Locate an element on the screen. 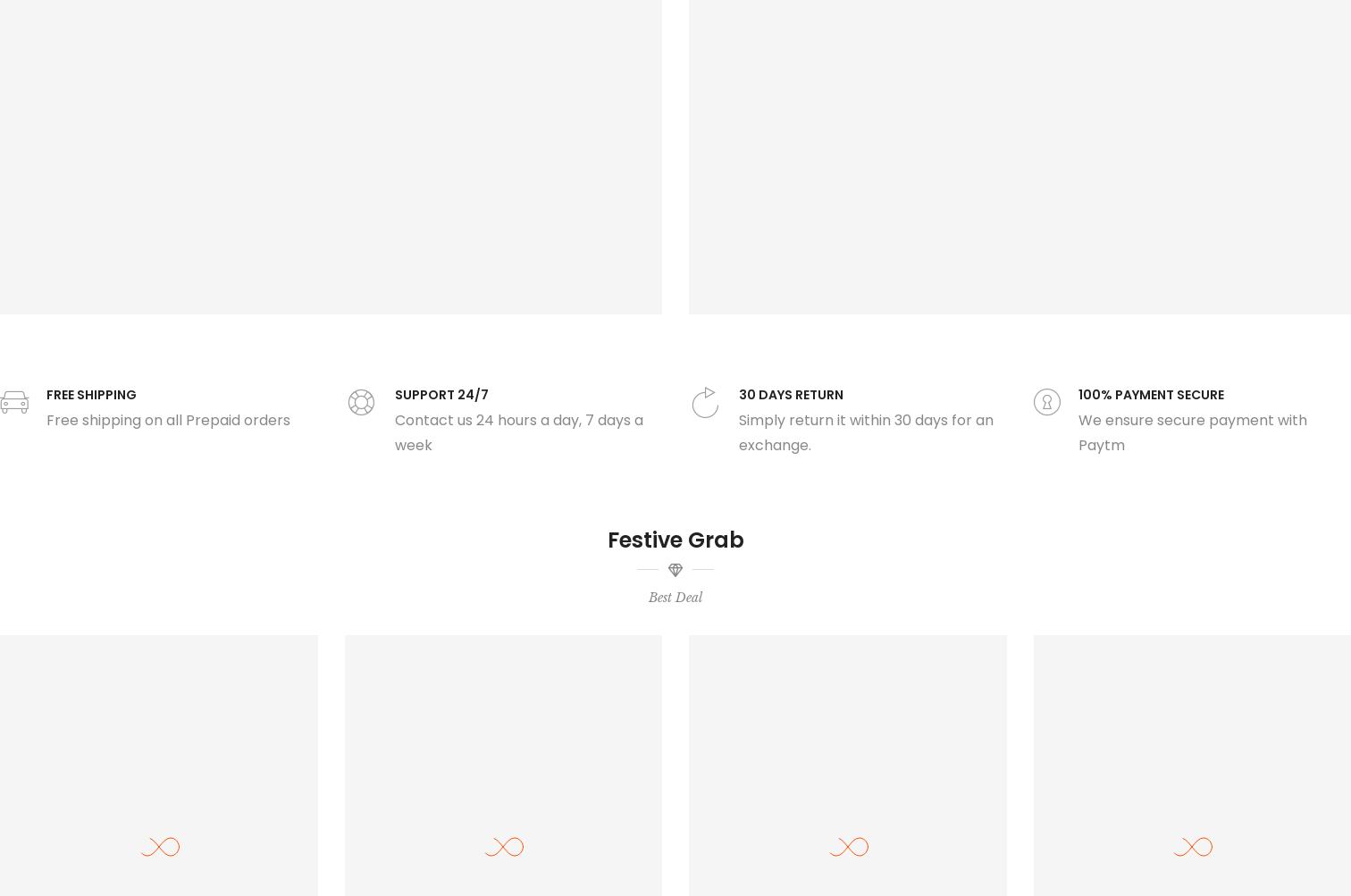 The width and height of the screenshot is (1351, 896). 'Simply return it within 30 days for an exchange.' is located at coordinates (866, 431).